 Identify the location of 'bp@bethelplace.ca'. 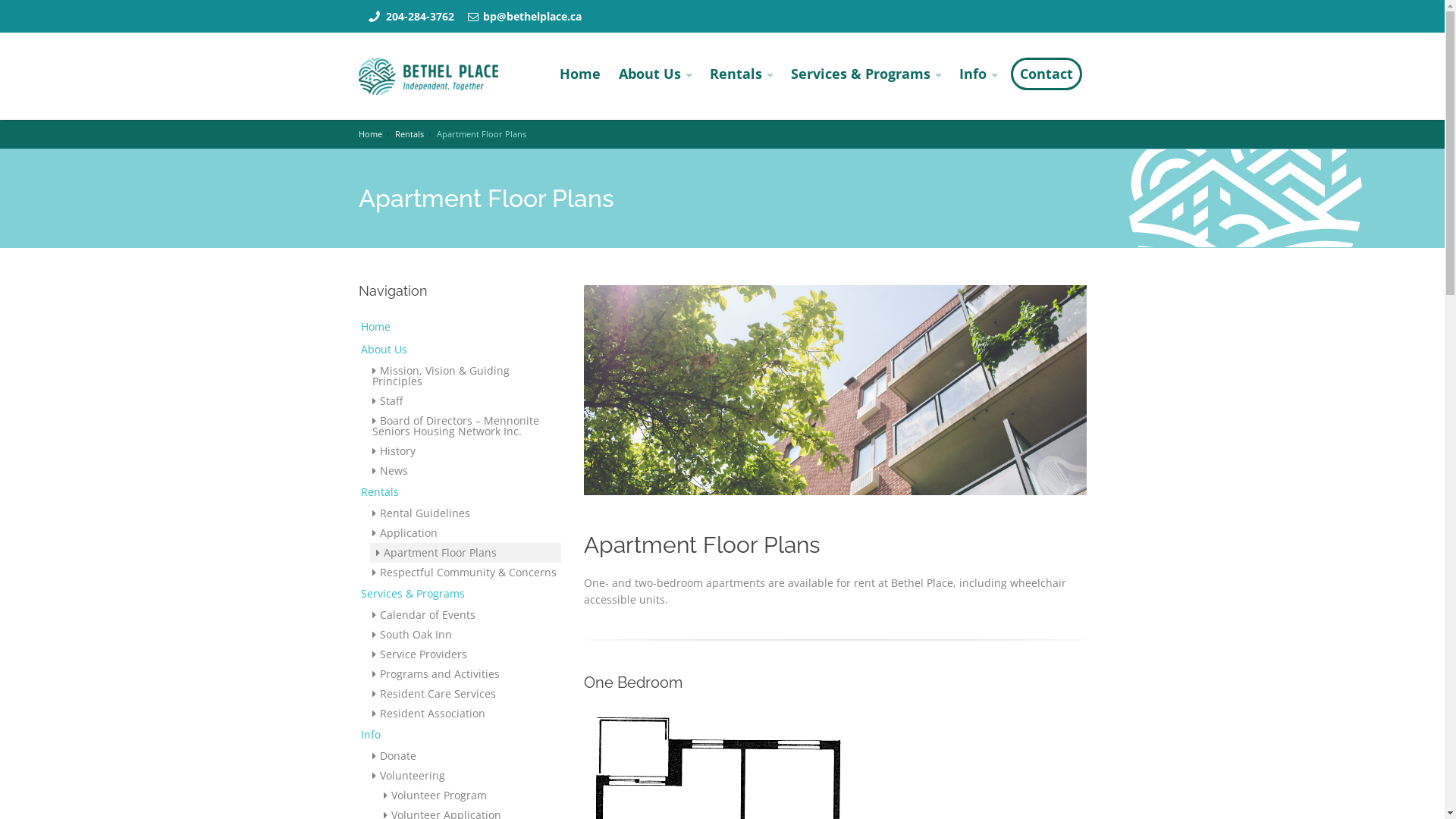
(531, 16).